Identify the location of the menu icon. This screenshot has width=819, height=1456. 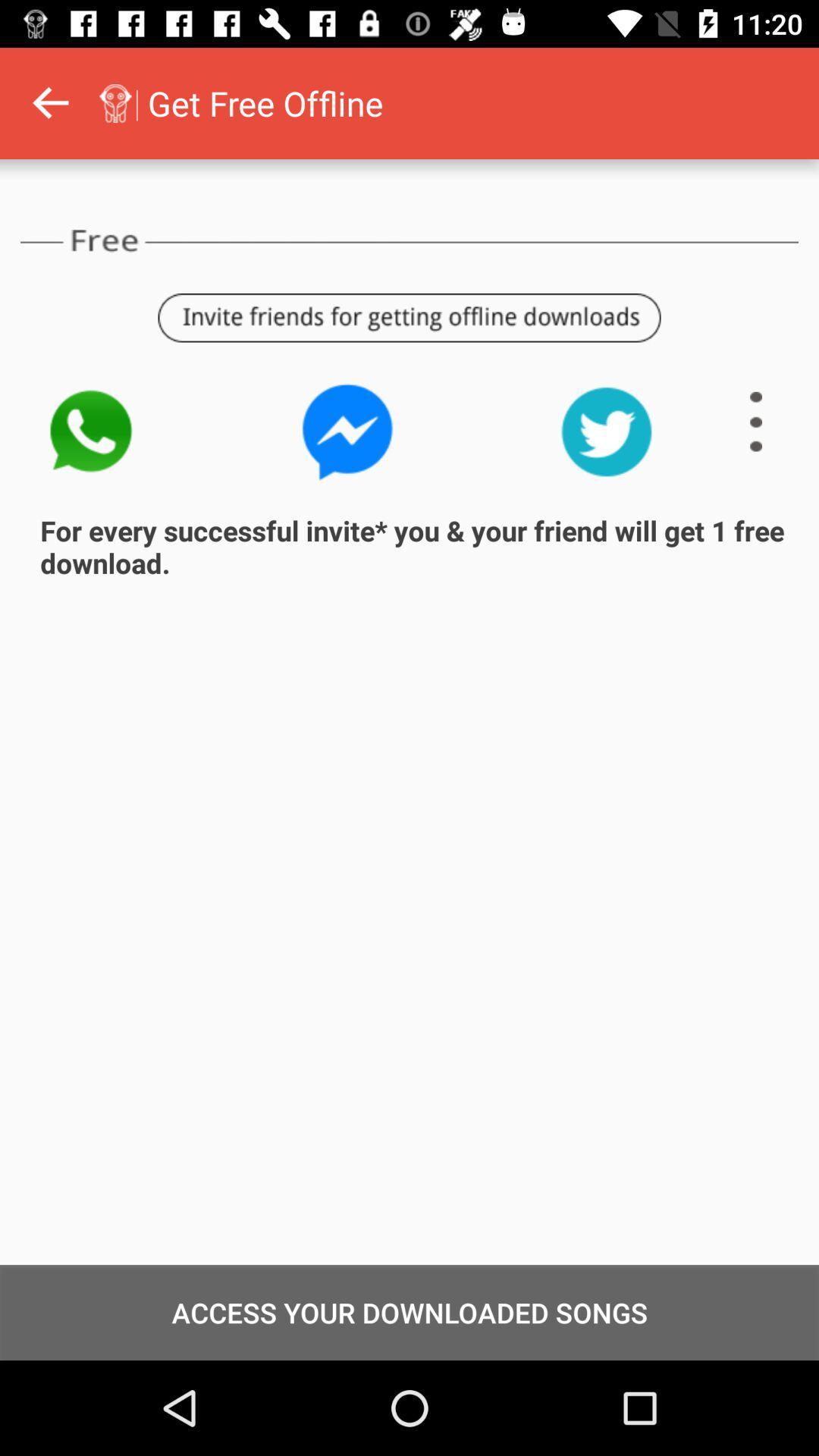
(756, 422).